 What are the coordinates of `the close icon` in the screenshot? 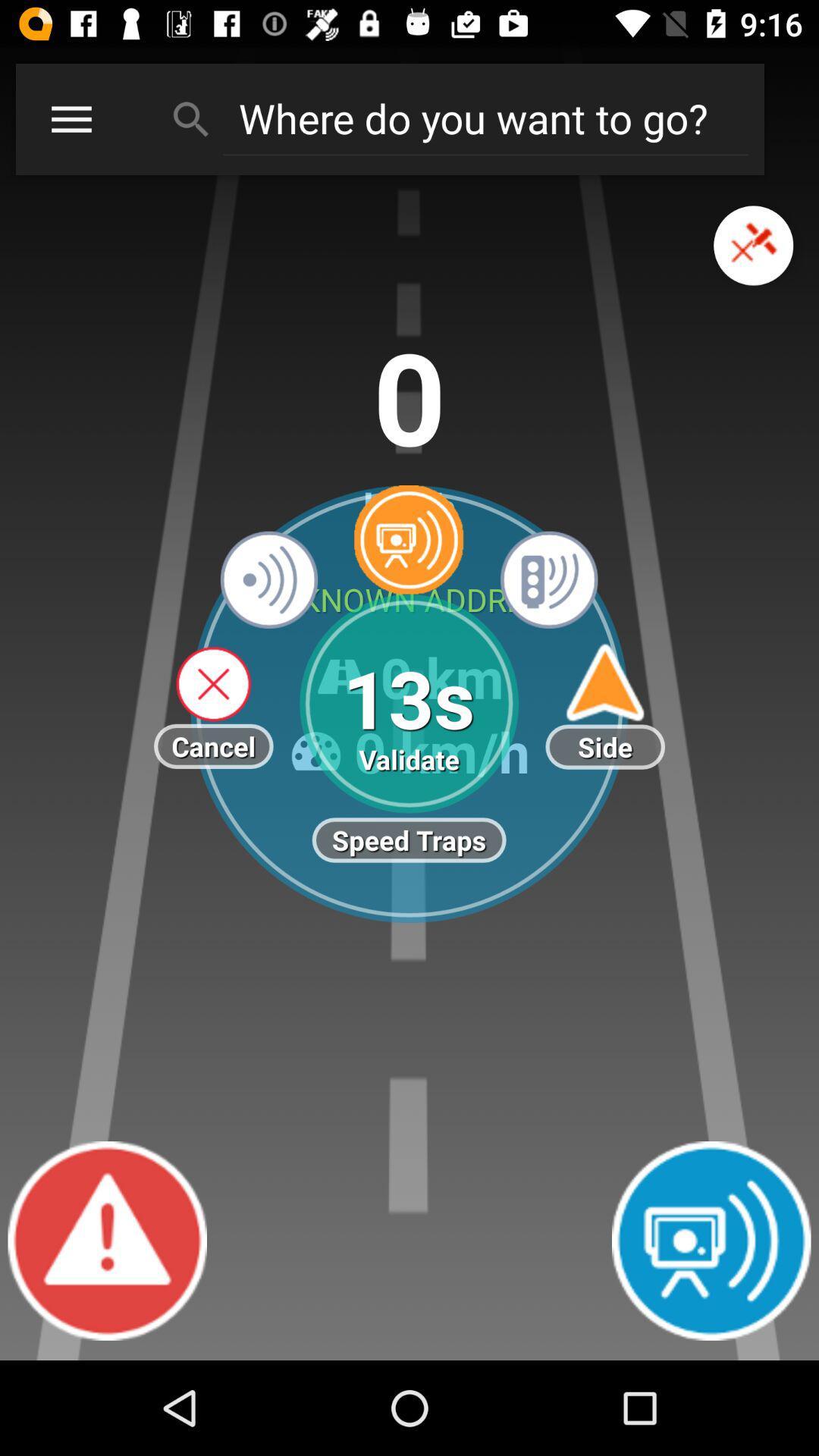 It's located at (753, 262).